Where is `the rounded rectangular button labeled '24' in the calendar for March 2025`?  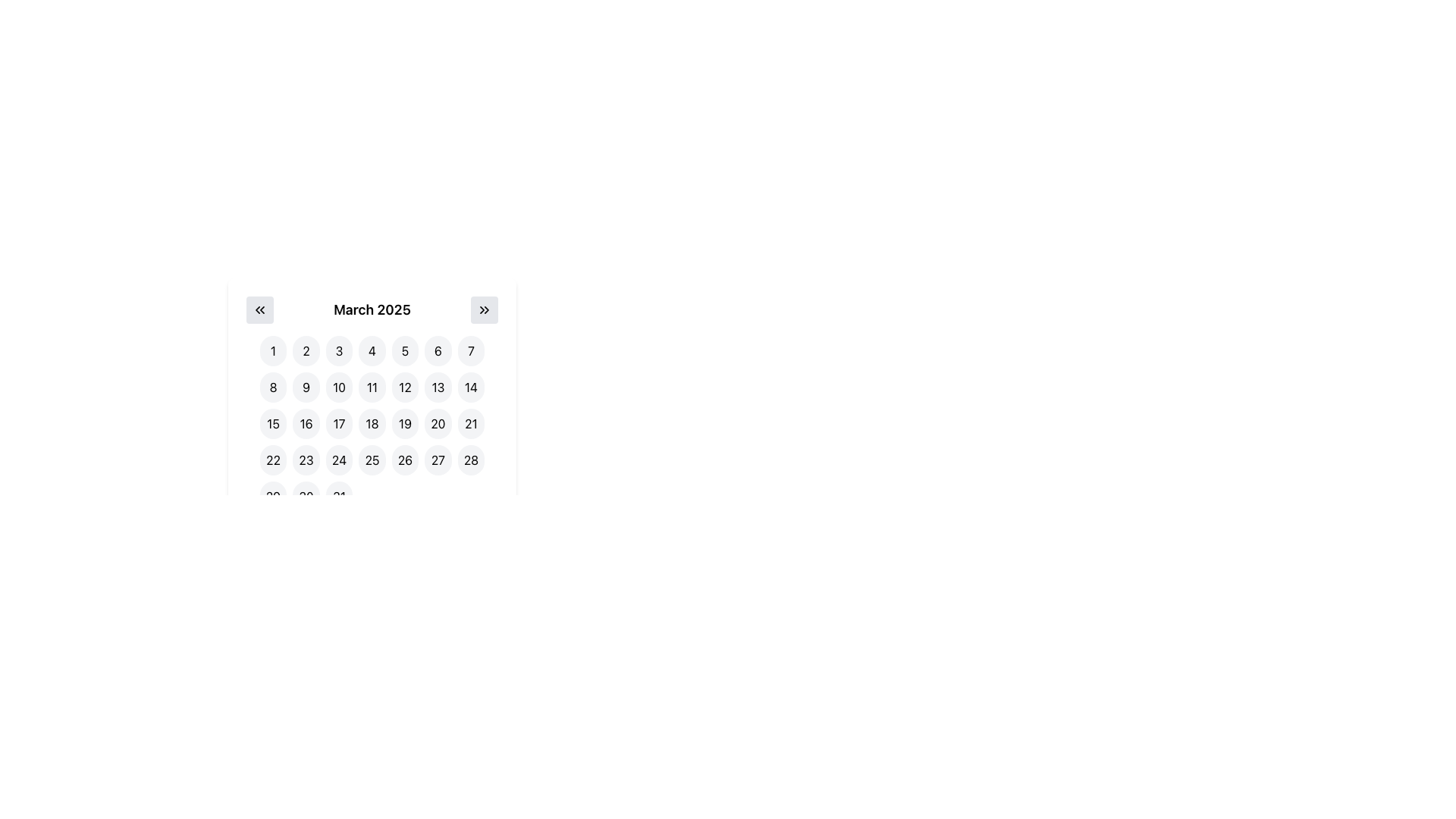
the rounded rectangular button labeled '24' in the calendar for March 2025 is located at coordinates (338, 459).